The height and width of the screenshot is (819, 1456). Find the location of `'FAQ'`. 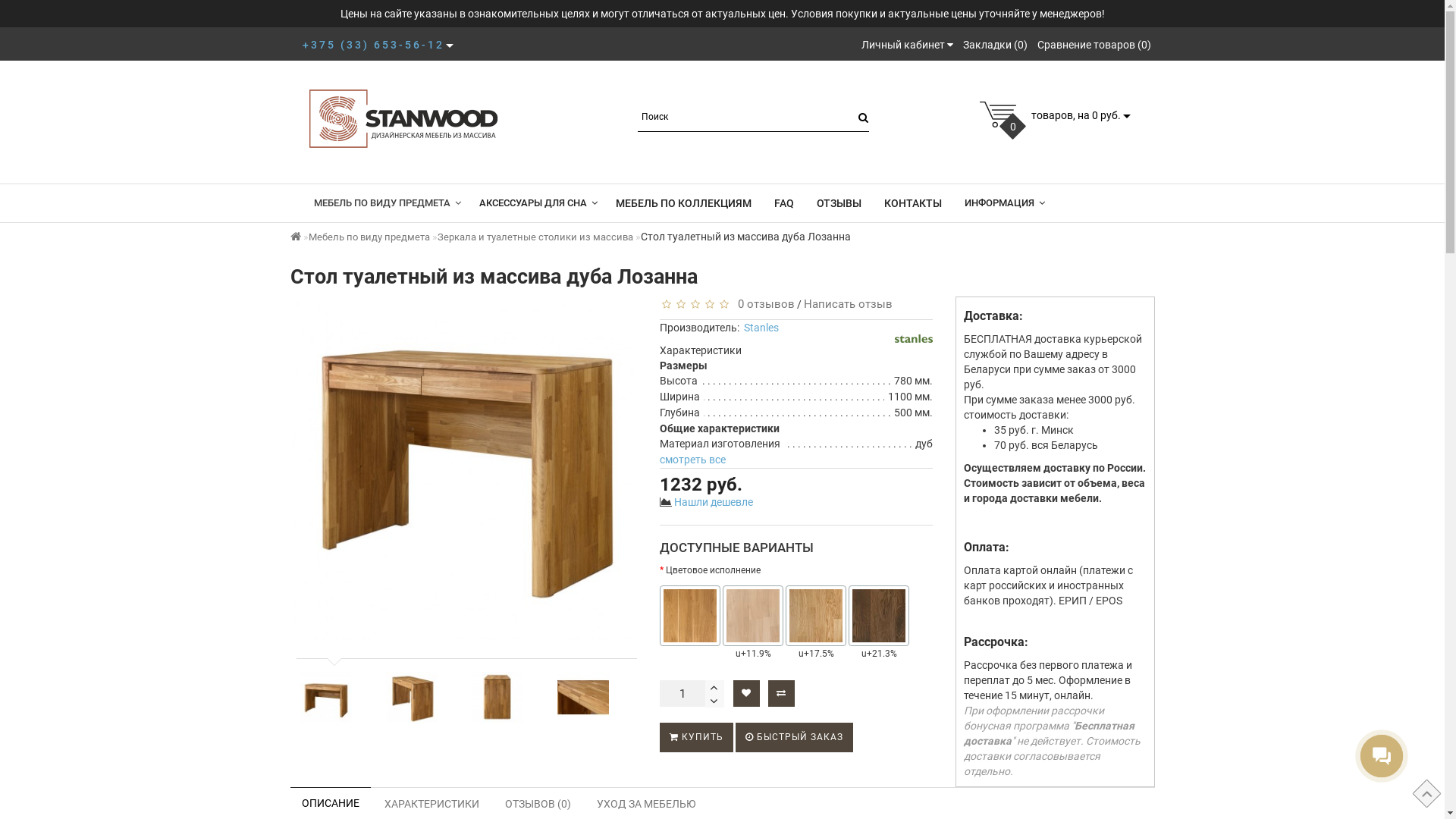

'FAQ' is located at coordinates (783, 202).